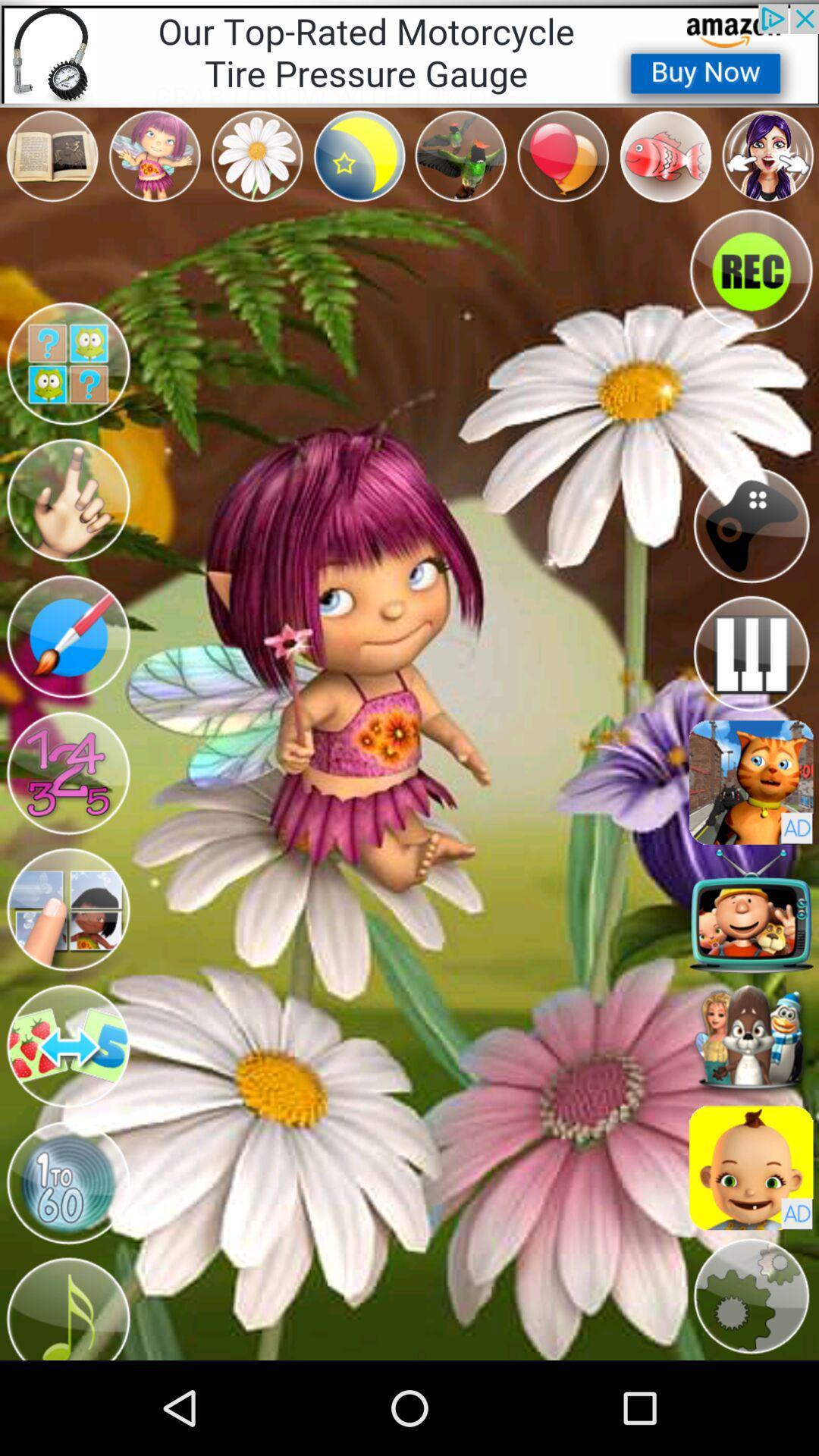 The height and width of the screenshot is (1456, 819). Describe the element at coordinates (751, 1039) in the screenshot. I see `characters` at that location.